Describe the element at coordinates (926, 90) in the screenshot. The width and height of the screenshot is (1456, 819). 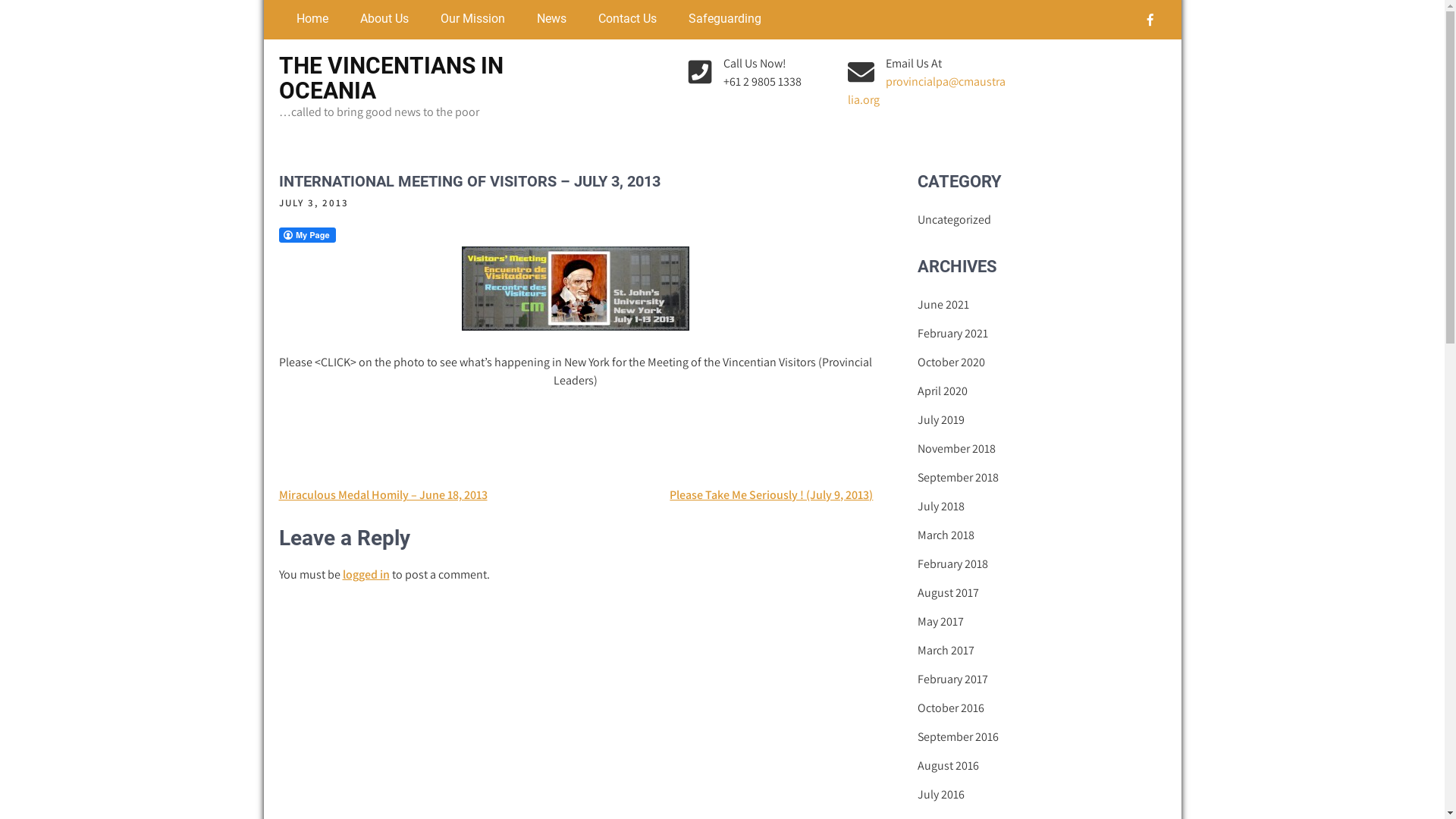
I see `'provincialpa@cmaustralia.org'` at that location.